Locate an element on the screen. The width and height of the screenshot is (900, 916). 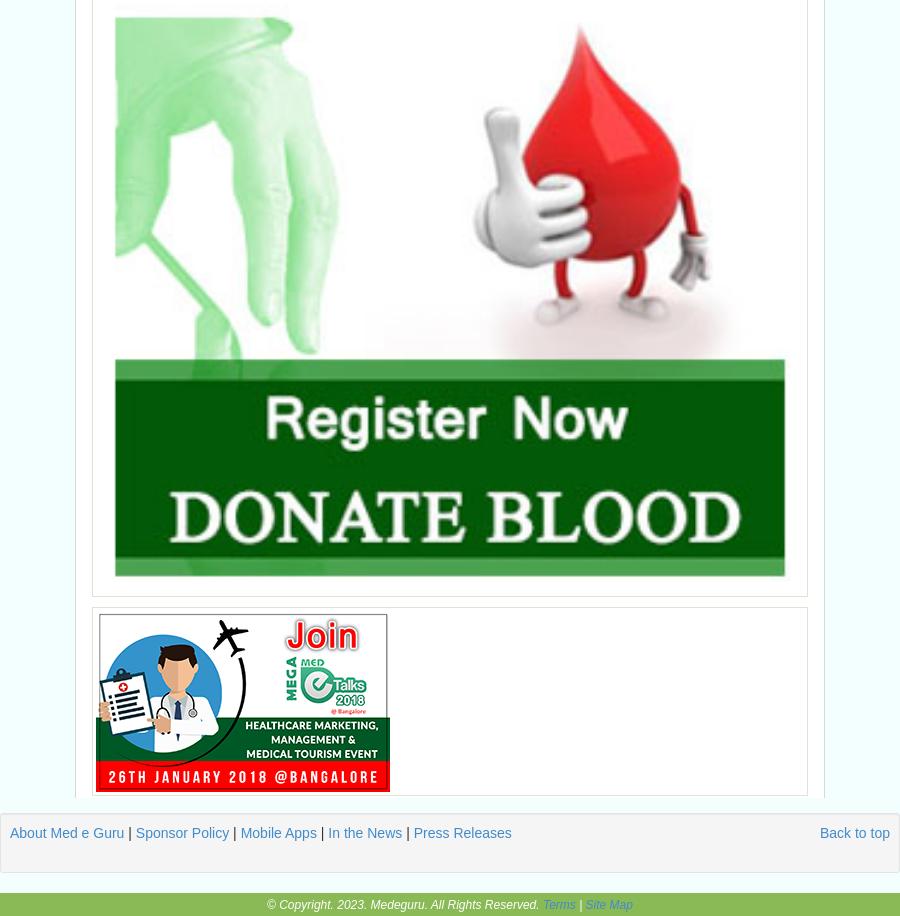
'Mobile Apps' is located at coordinates (277, 832).